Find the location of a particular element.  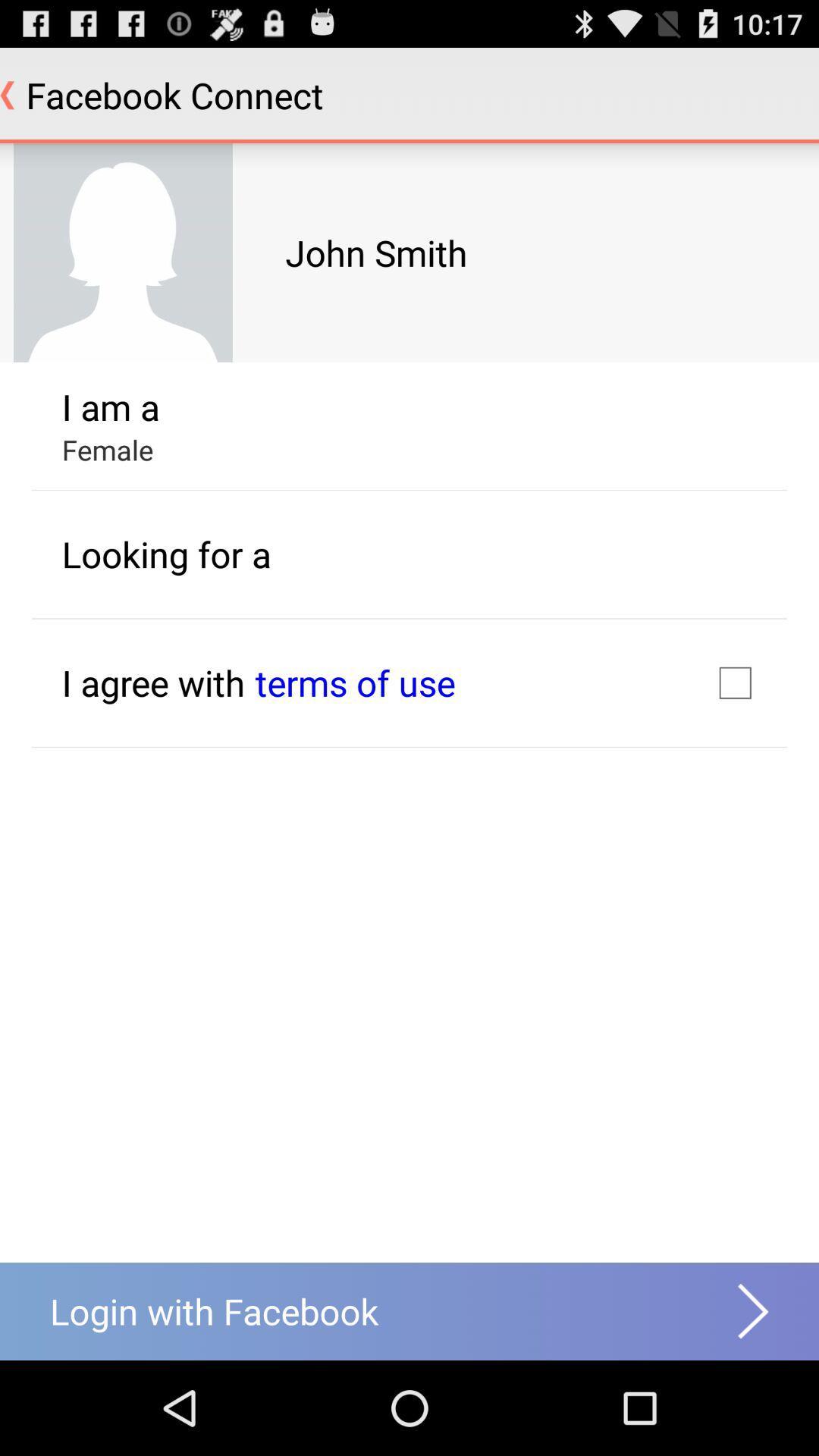

the icon below the looking for a app is located at coordinates (153, 682).